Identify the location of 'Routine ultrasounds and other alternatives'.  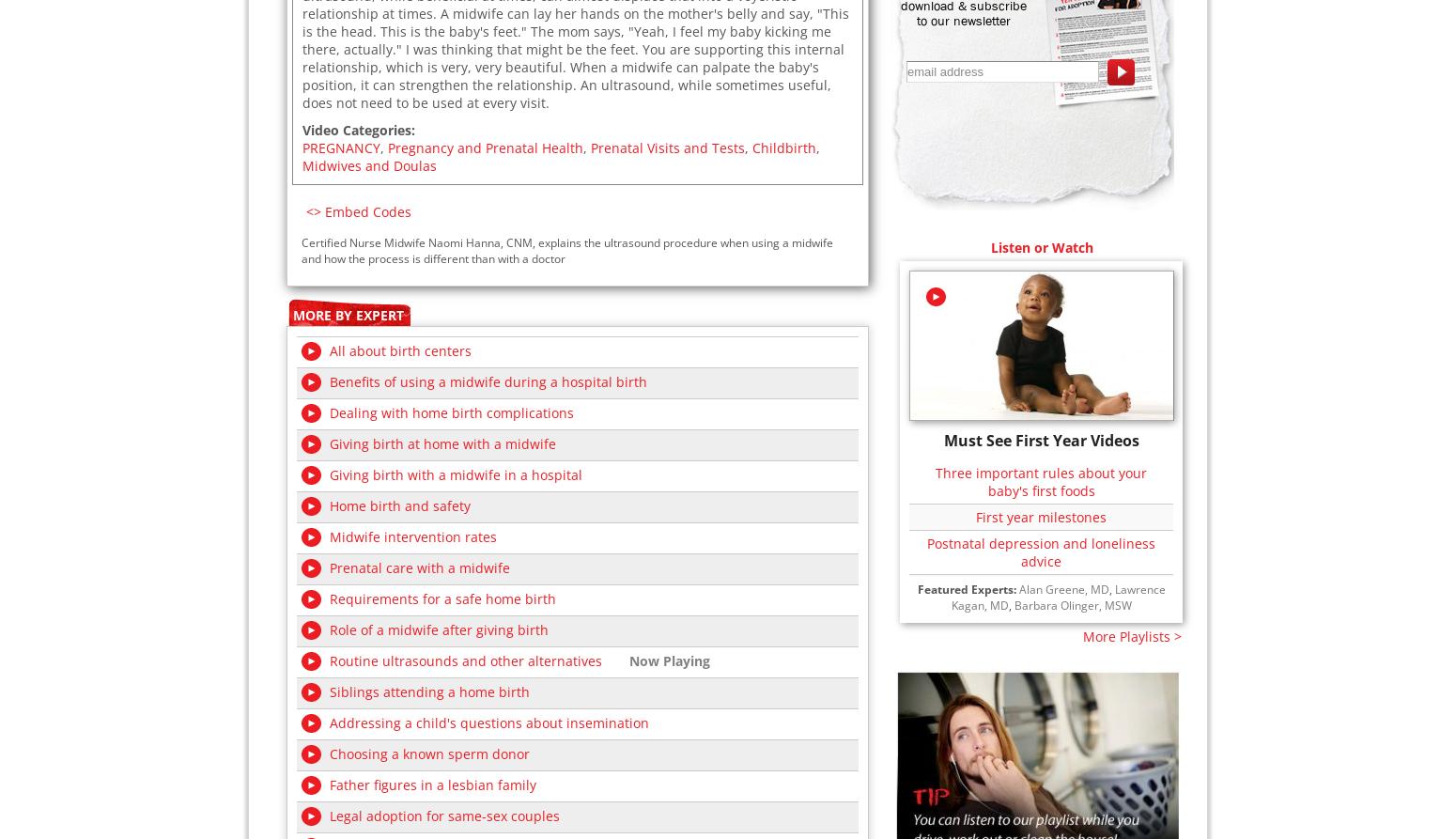
(465, 660).